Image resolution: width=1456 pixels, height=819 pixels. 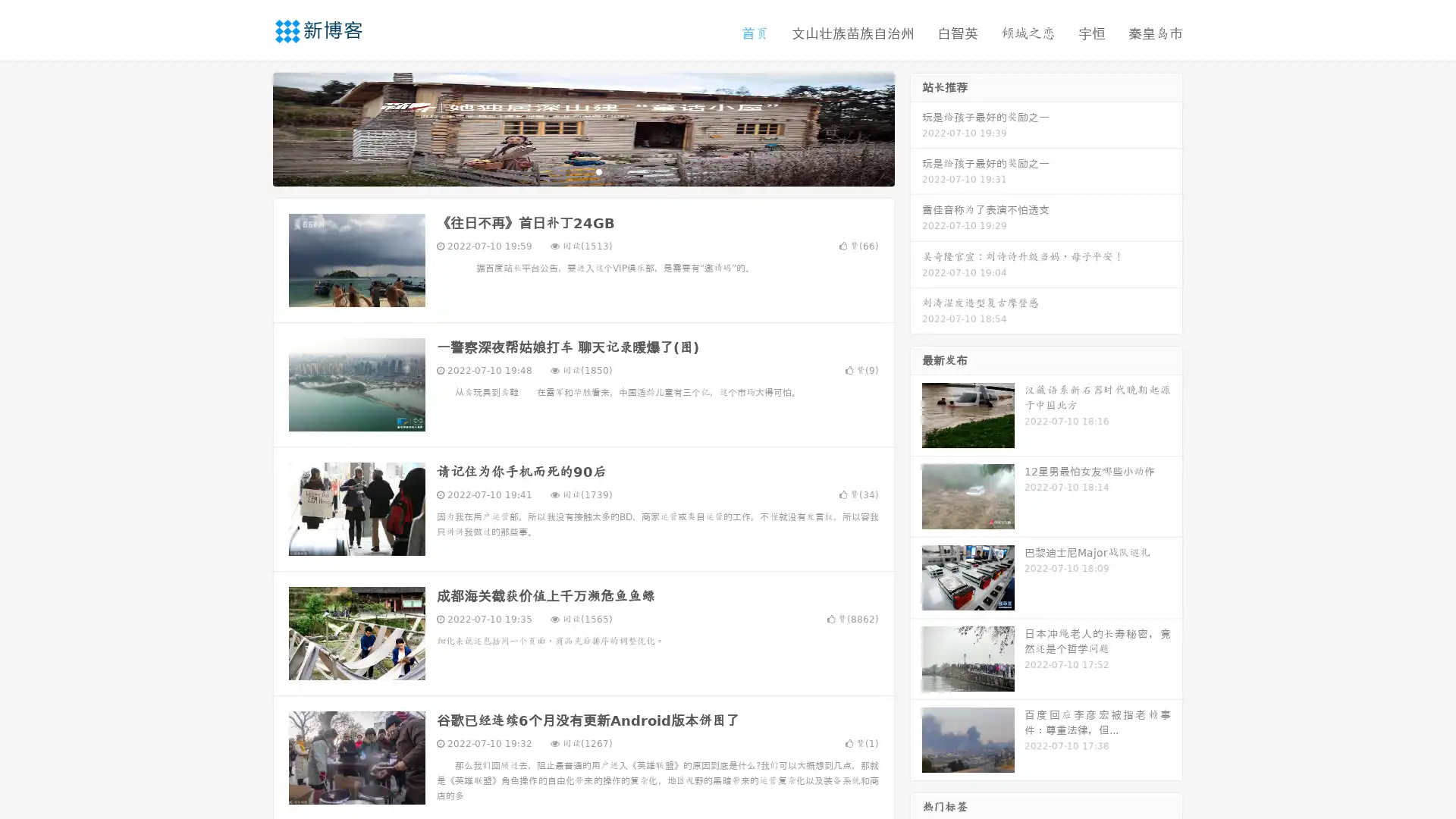 What do you see at coordinates (916, 127) in the screenshot?
I see `Next slide` at bounding box center [916, 127].